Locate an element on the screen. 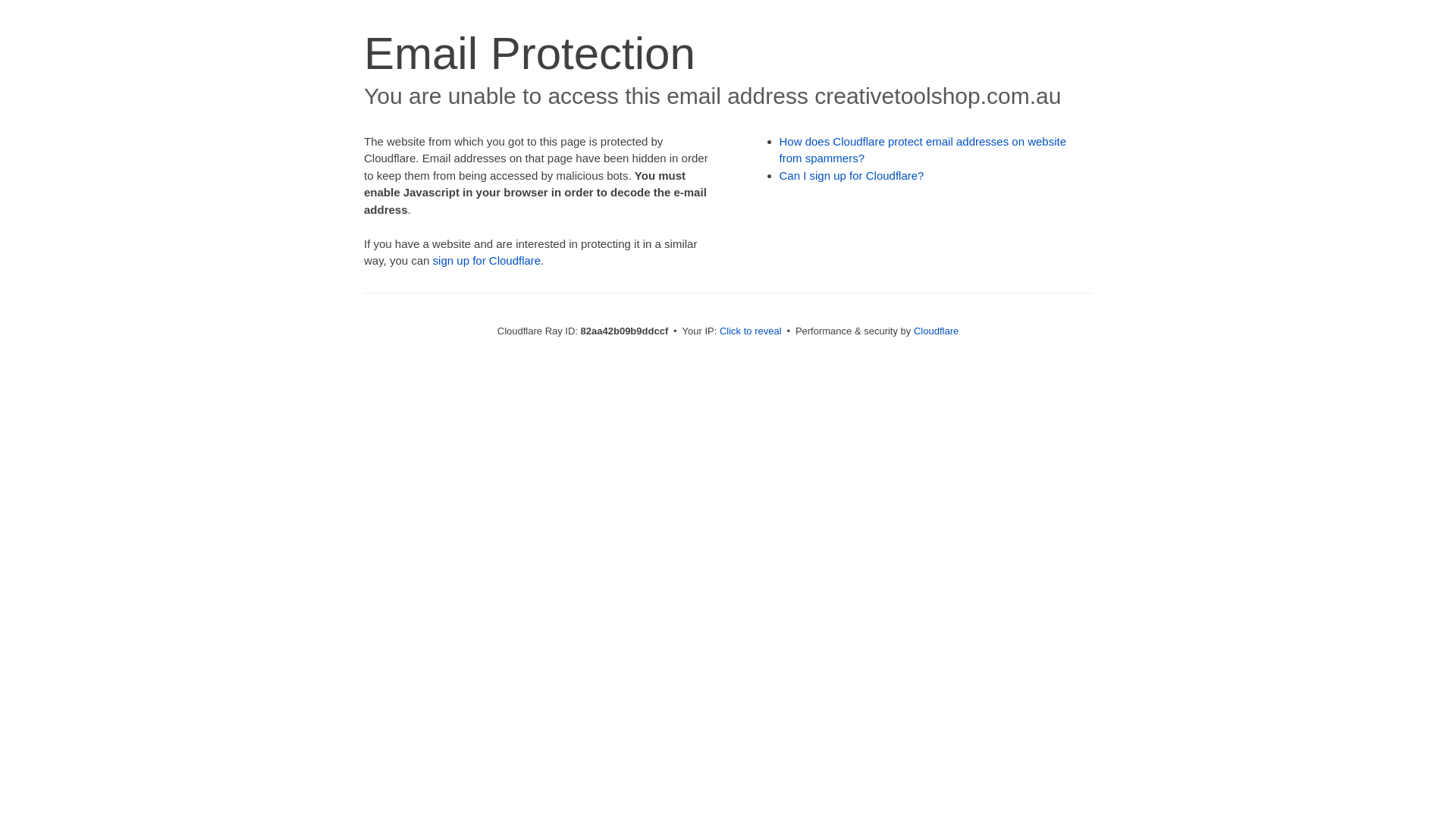 The image size is (1456, 819). 'Click to reveal' is located at coordinates (719, 330).